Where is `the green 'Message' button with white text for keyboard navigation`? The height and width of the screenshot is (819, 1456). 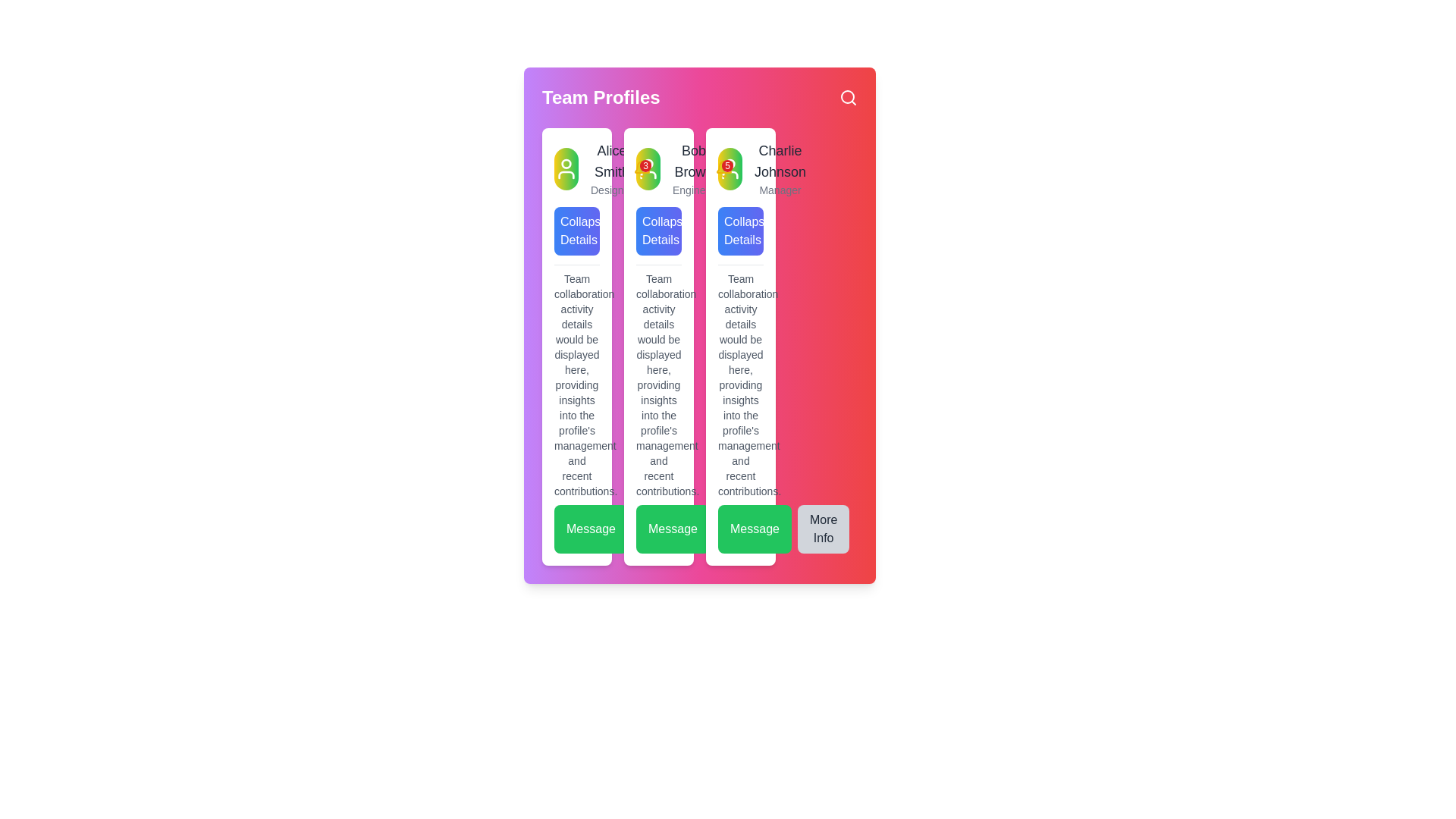 the green 'Message' button with white text for keyboard navigation is located at coordinates (576, 529).